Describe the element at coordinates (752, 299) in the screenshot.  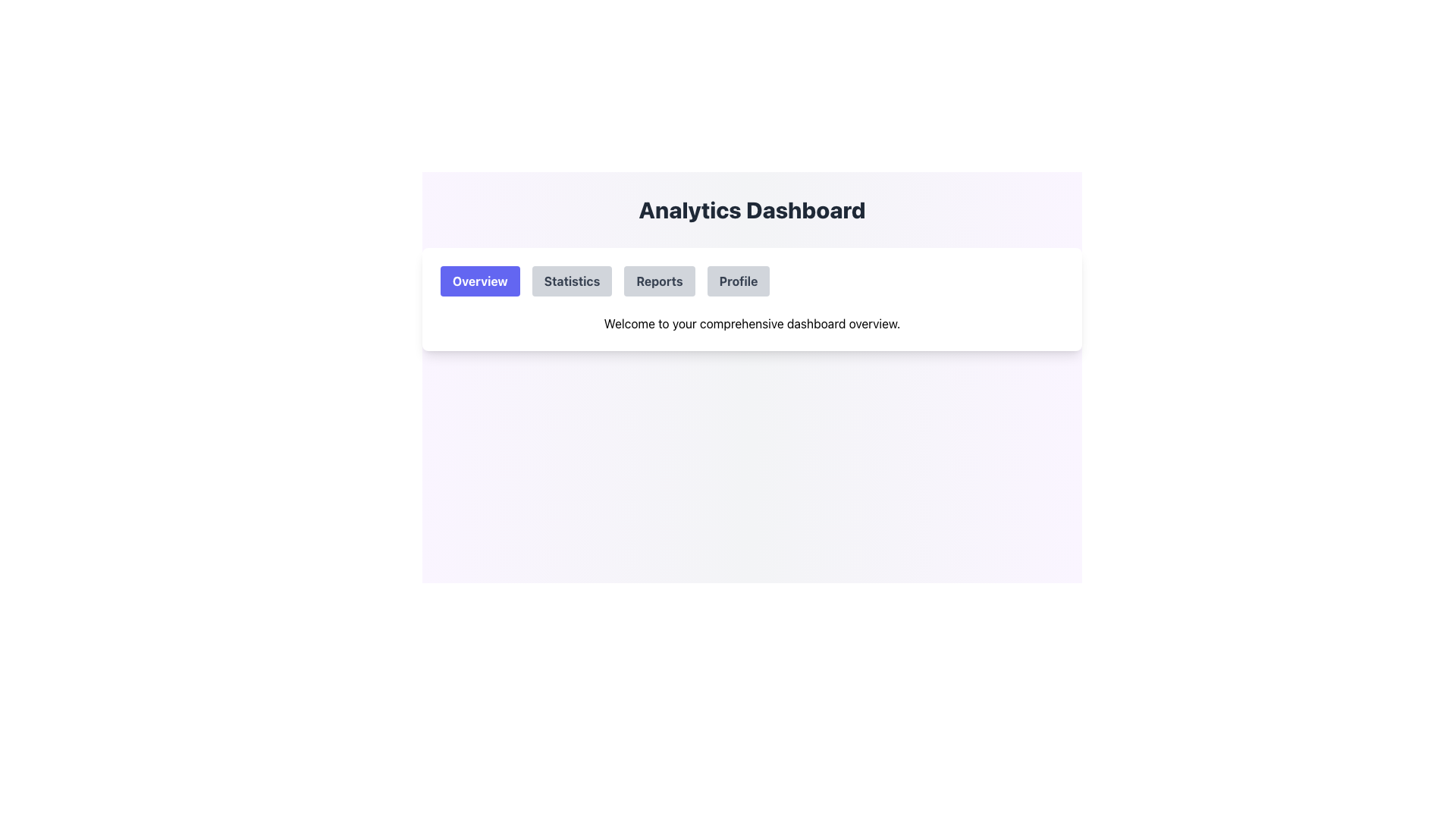
I see `the 'Statistics', 'Reports', or 'Profile' tab in the navigation bar of the card element` at that location.